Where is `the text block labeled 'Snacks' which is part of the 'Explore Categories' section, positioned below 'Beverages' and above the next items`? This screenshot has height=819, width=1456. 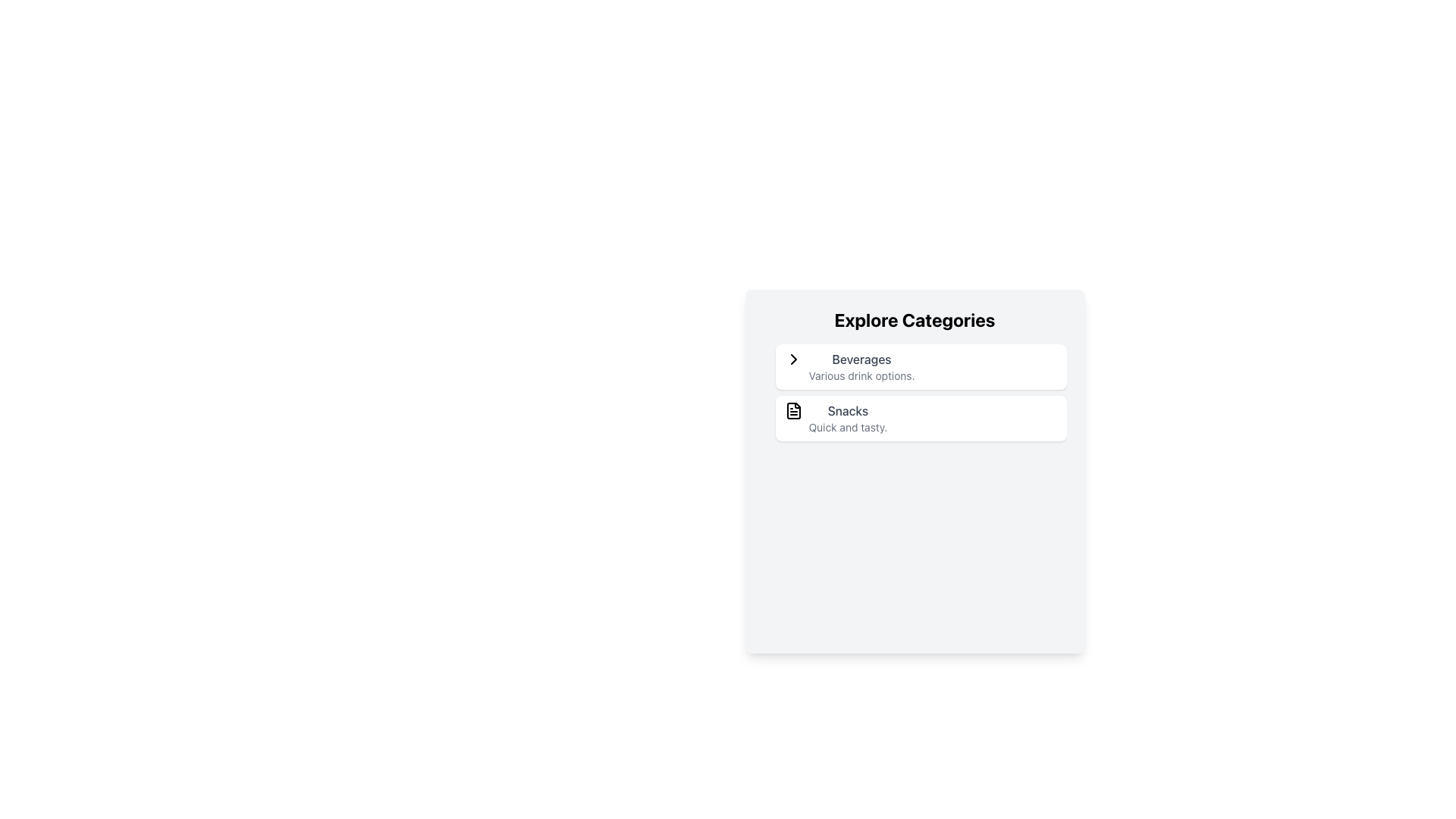 the text block labeled 'Snacks' which is part of the 'Explore Categories' section, positioned below 'Beverages' and above the next items is located at coordinates (847, 418).